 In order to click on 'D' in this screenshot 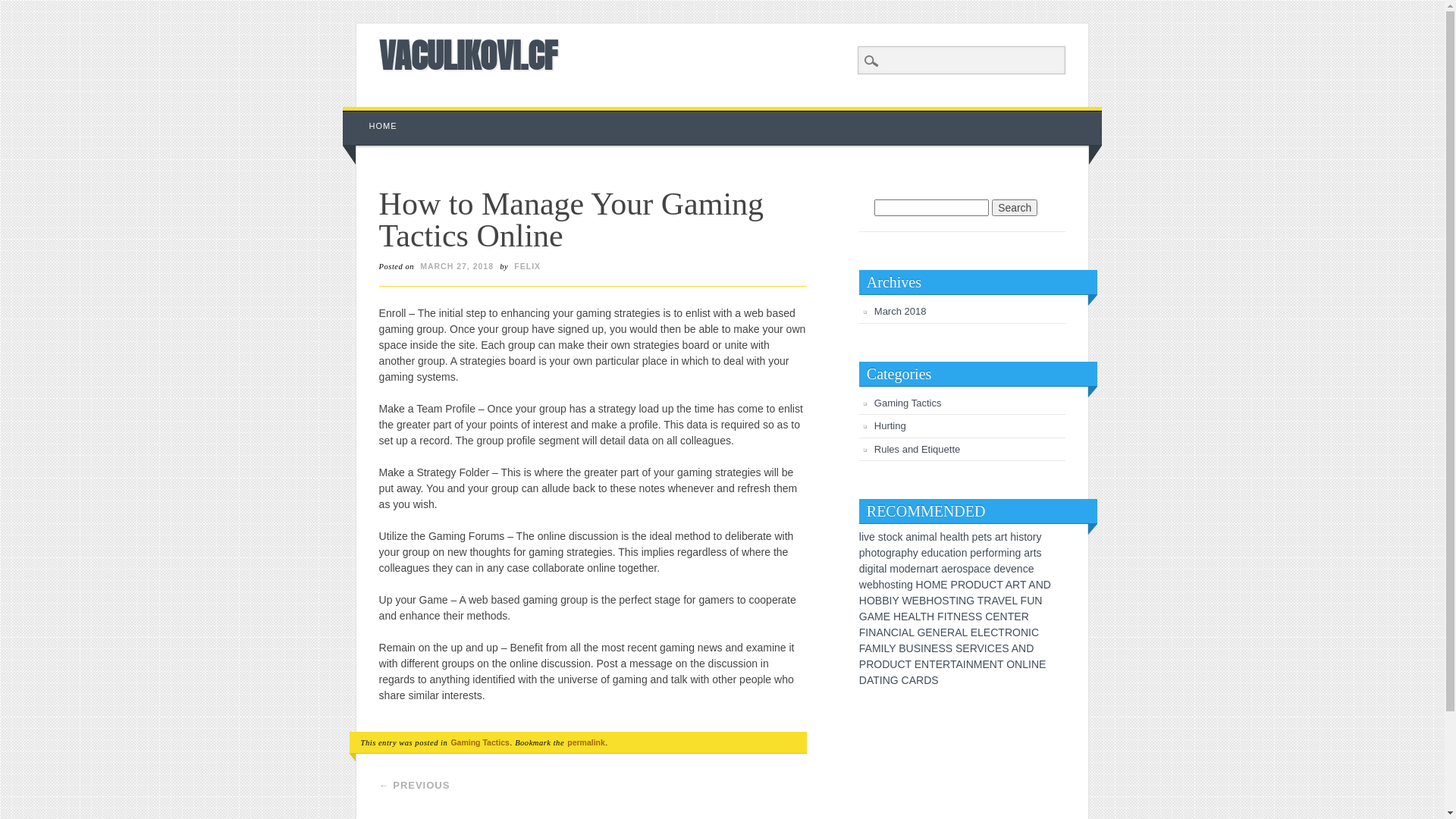, I will do `click(885, 663)`.